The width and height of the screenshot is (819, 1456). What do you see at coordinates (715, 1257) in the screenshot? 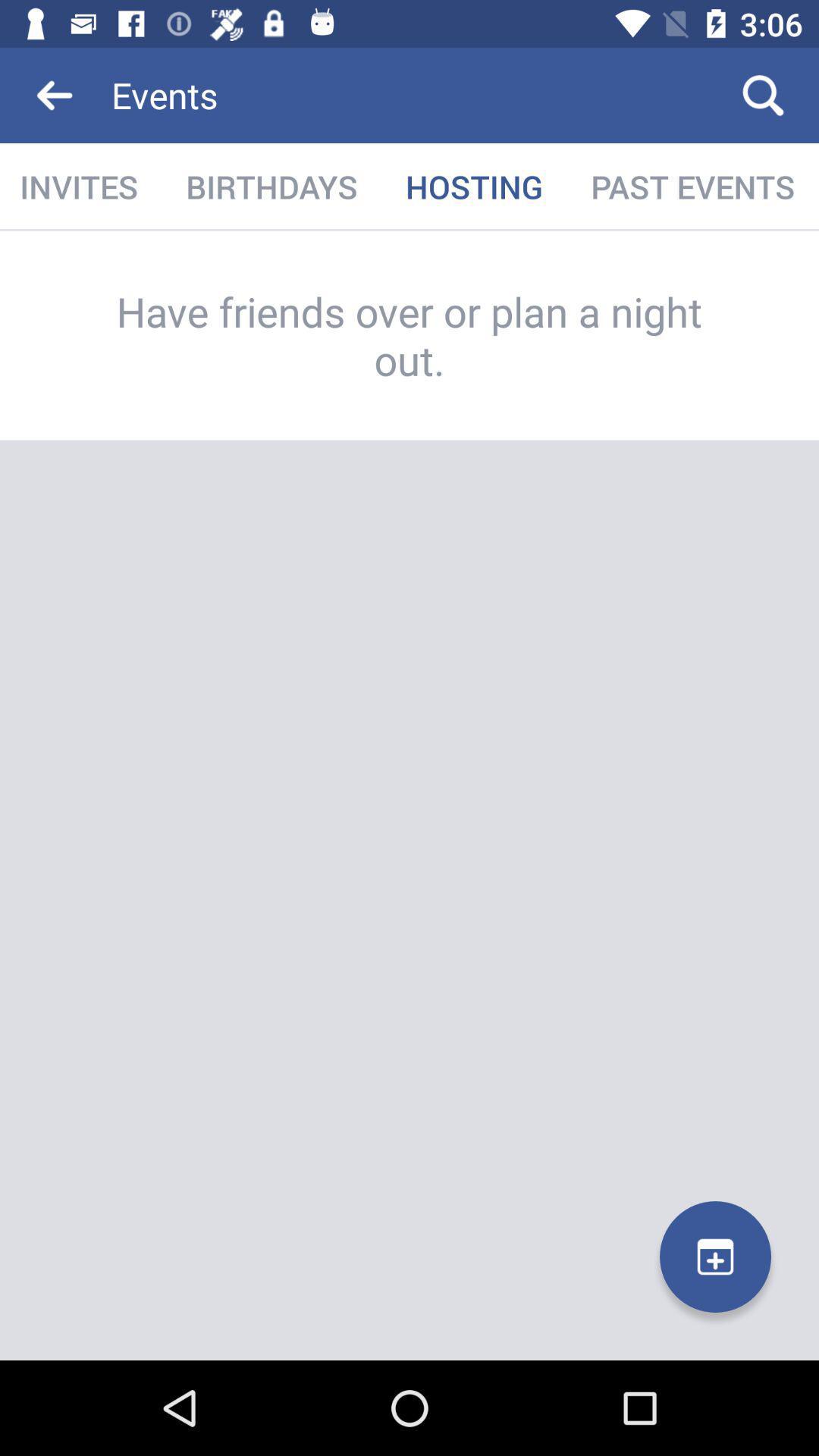
I see `the add icon` at bounding box center [715, 1257].